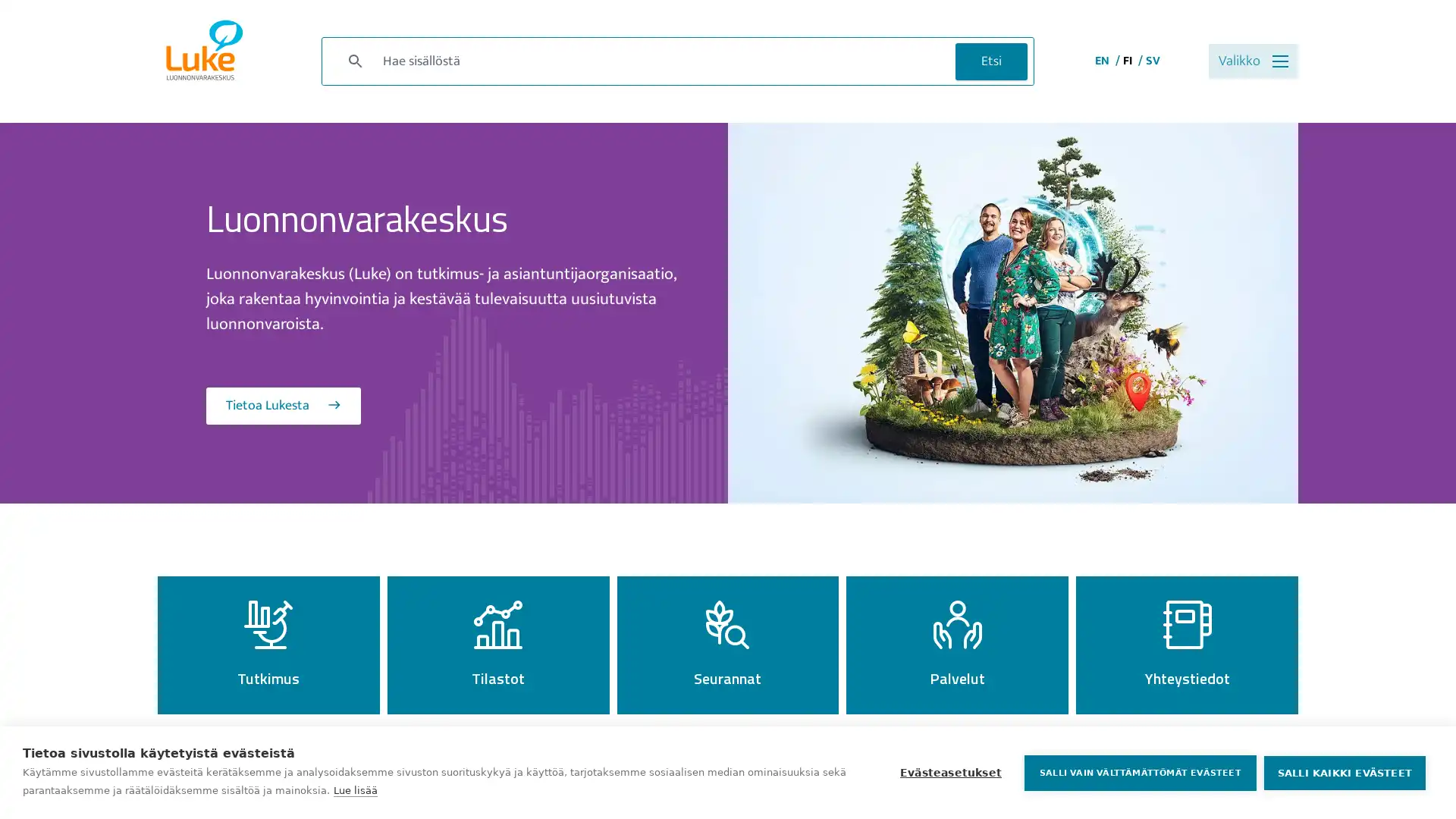 This screenshot has height=819, width=1456. Describe the element at coordinates (1222, 61) in the screenshot. I see `Valikko` at that location.